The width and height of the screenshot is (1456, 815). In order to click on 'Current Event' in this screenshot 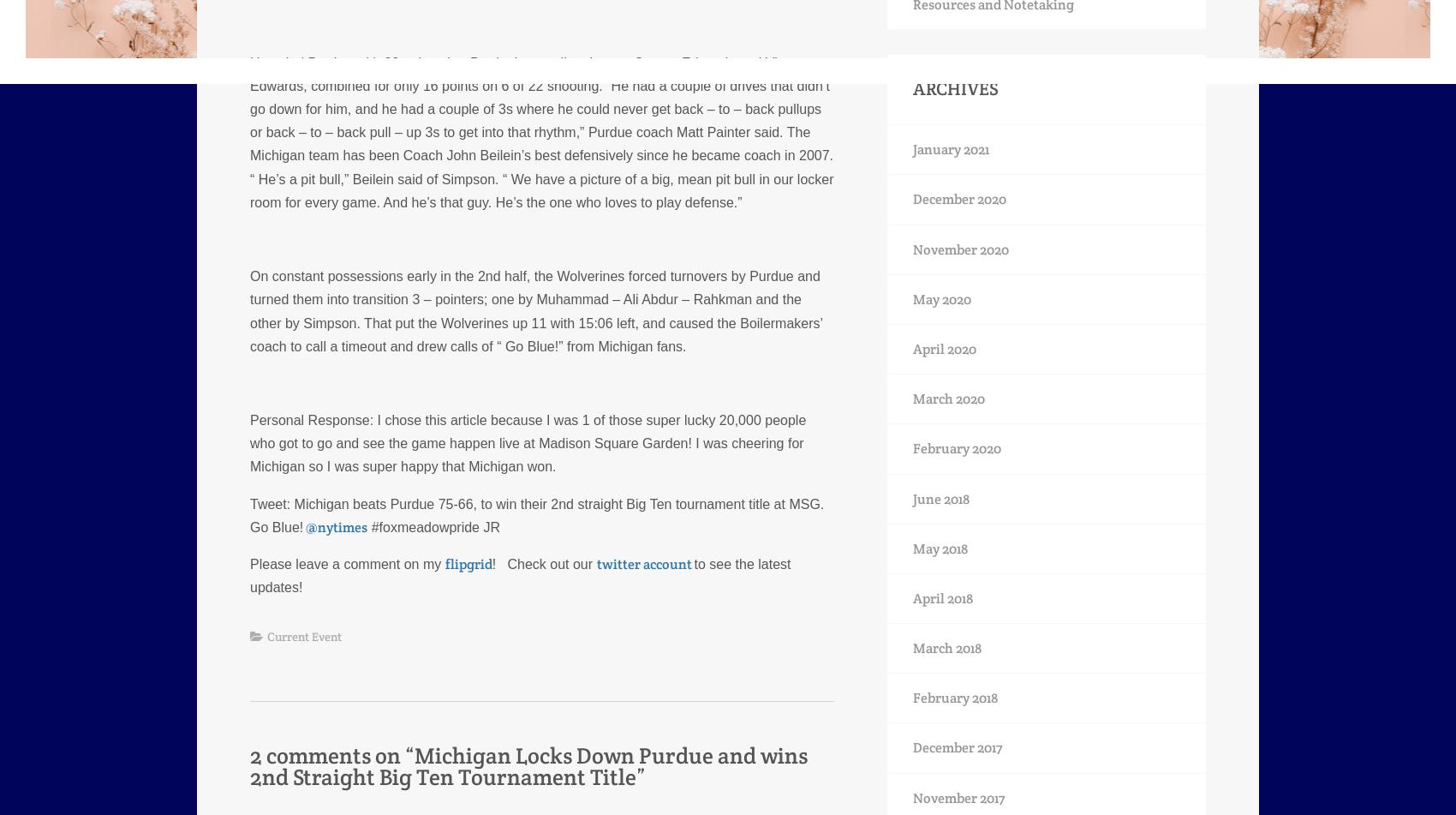, I will do `click(303, 636)`.